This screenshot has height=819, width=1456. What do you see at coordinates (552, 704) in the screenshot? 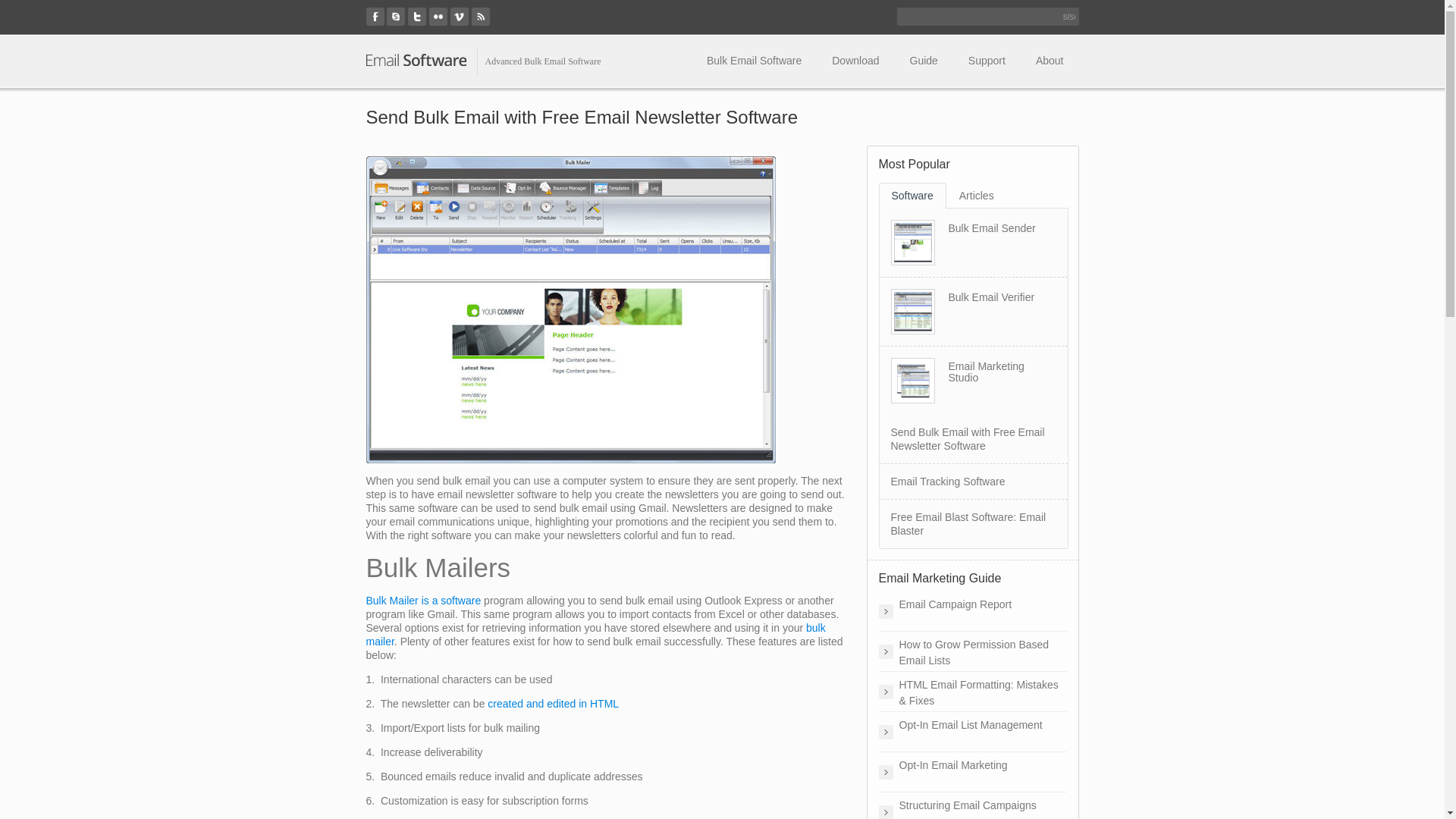
I see `'created and edited in HTML'` at bounding box center [552, 704].